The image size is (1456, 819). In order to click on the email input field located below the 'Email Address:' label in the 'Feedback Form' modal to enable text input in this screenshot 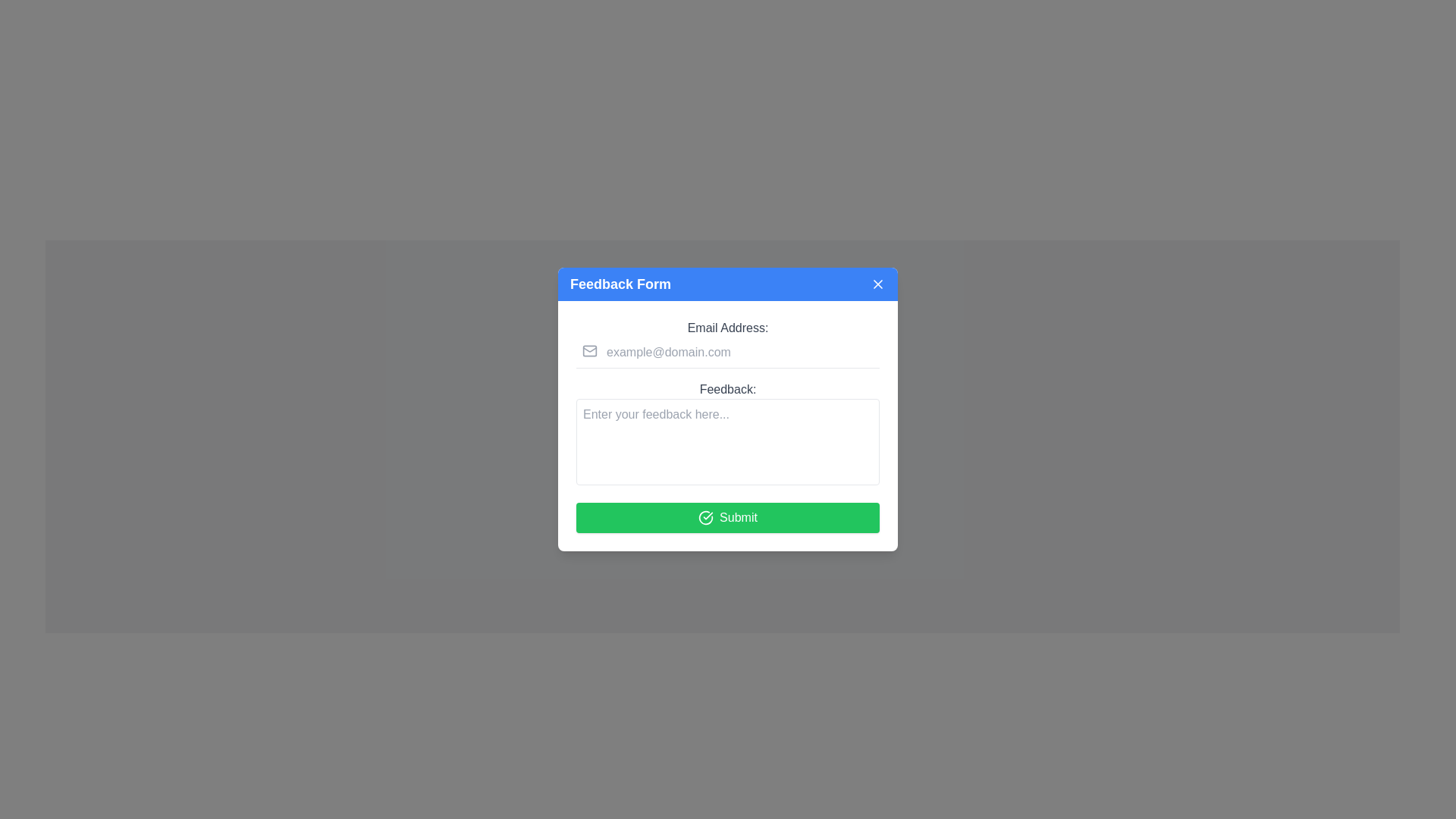, I will do `click(728, 353)`.